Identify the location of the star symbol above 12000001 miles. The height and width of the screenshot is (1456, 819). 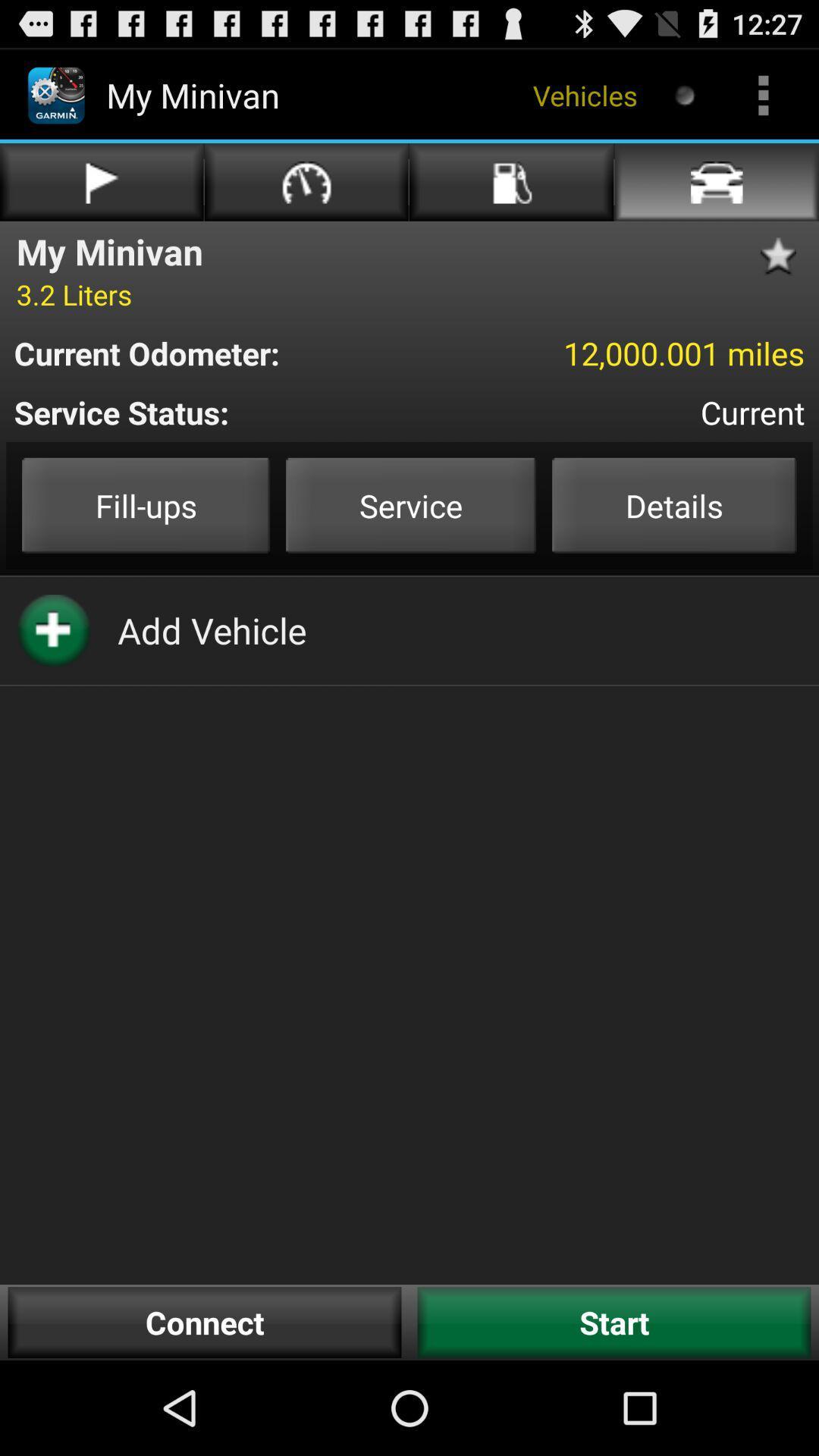
(783, 256).